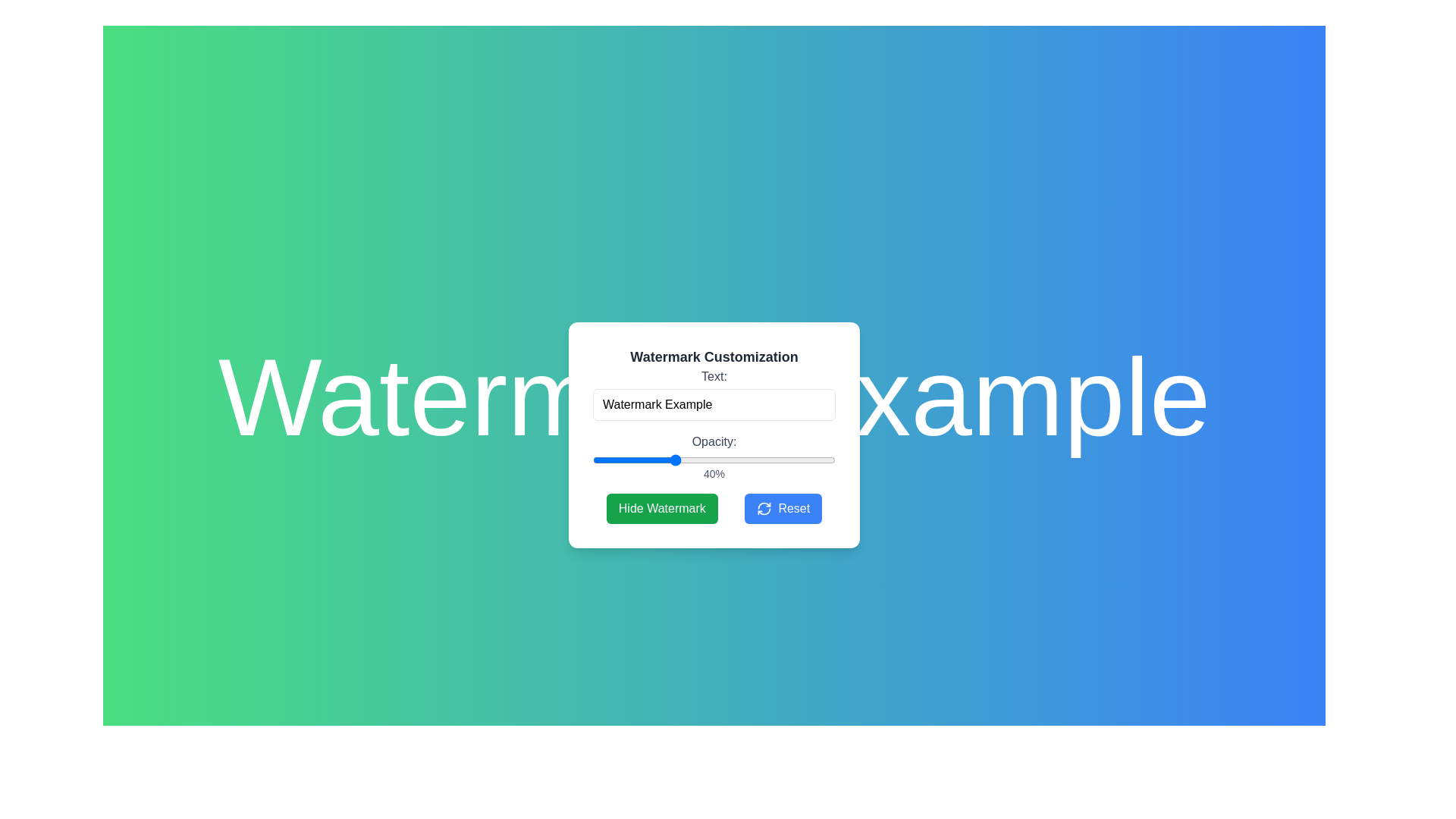 This screenshot has width=1456, height=819. I want to click on opacity, so click(832, 459).